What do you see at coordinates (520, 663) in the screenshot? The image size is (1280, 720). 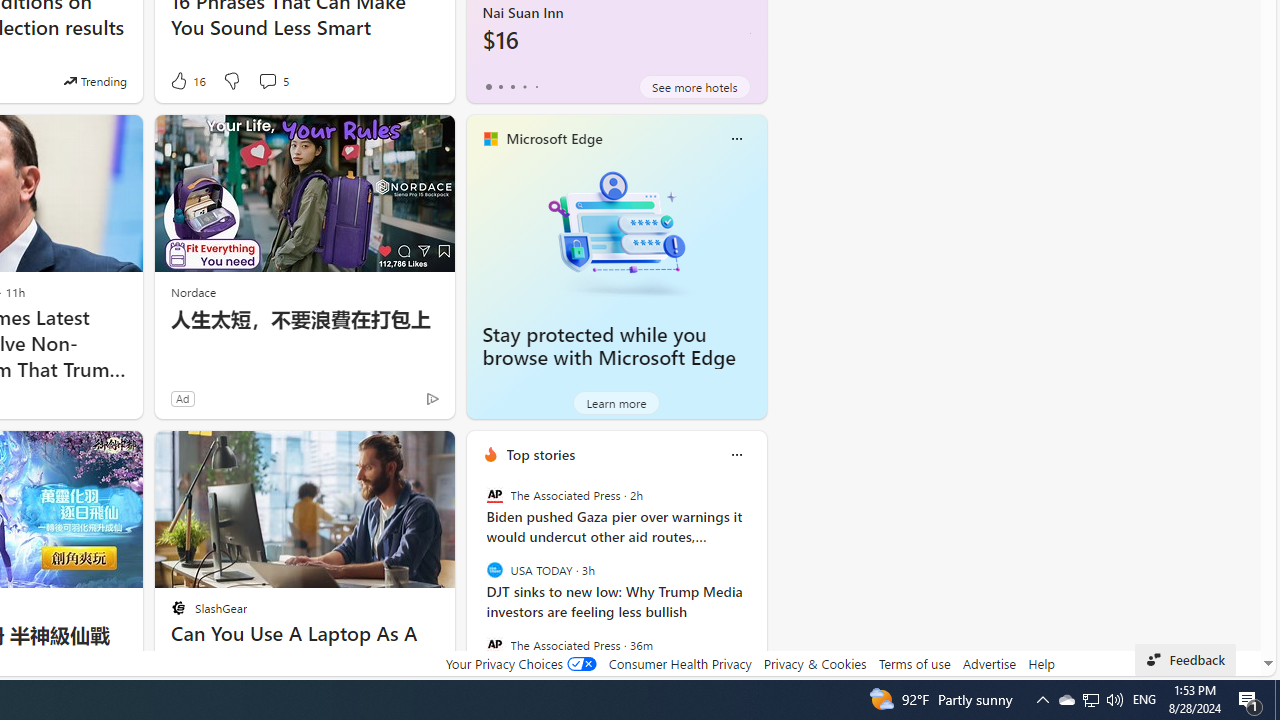 I see `'Your Privacy Choices'` at bounding box center [520, 663].